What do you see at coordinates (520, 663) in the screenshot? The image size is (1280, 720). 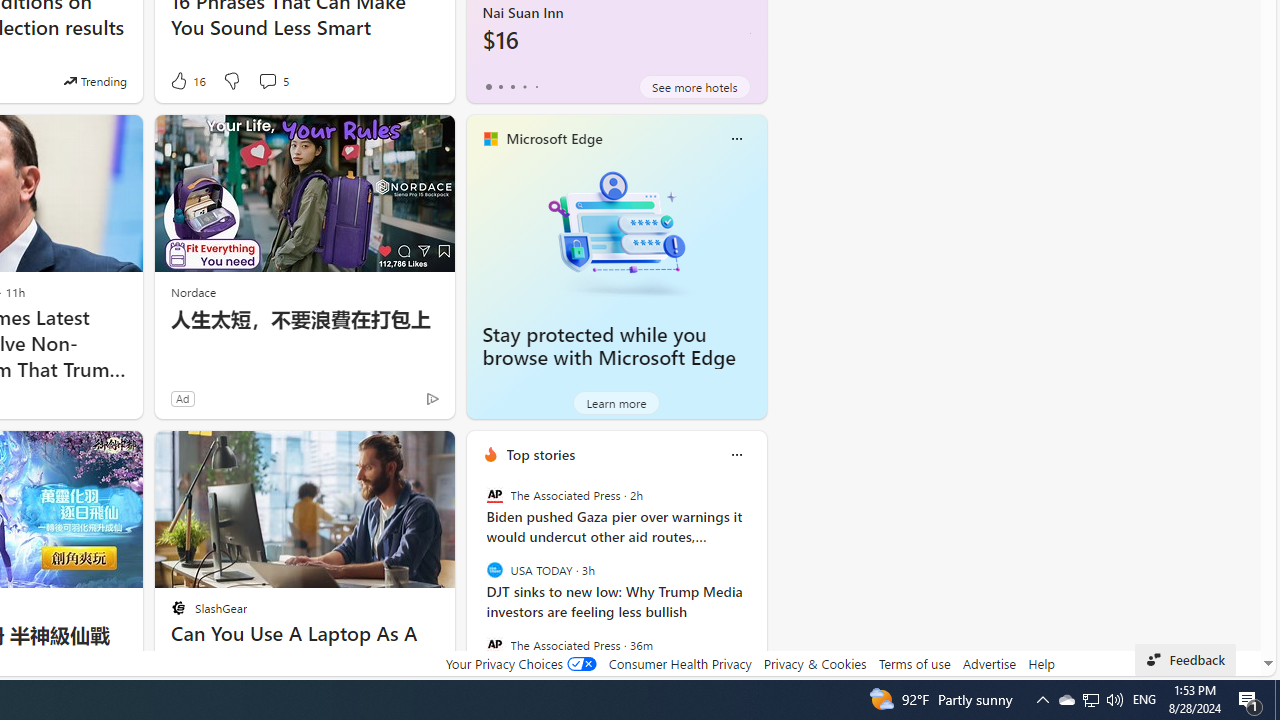 I see `'Your Privacy Choices'` at bounding box center [520, 663].